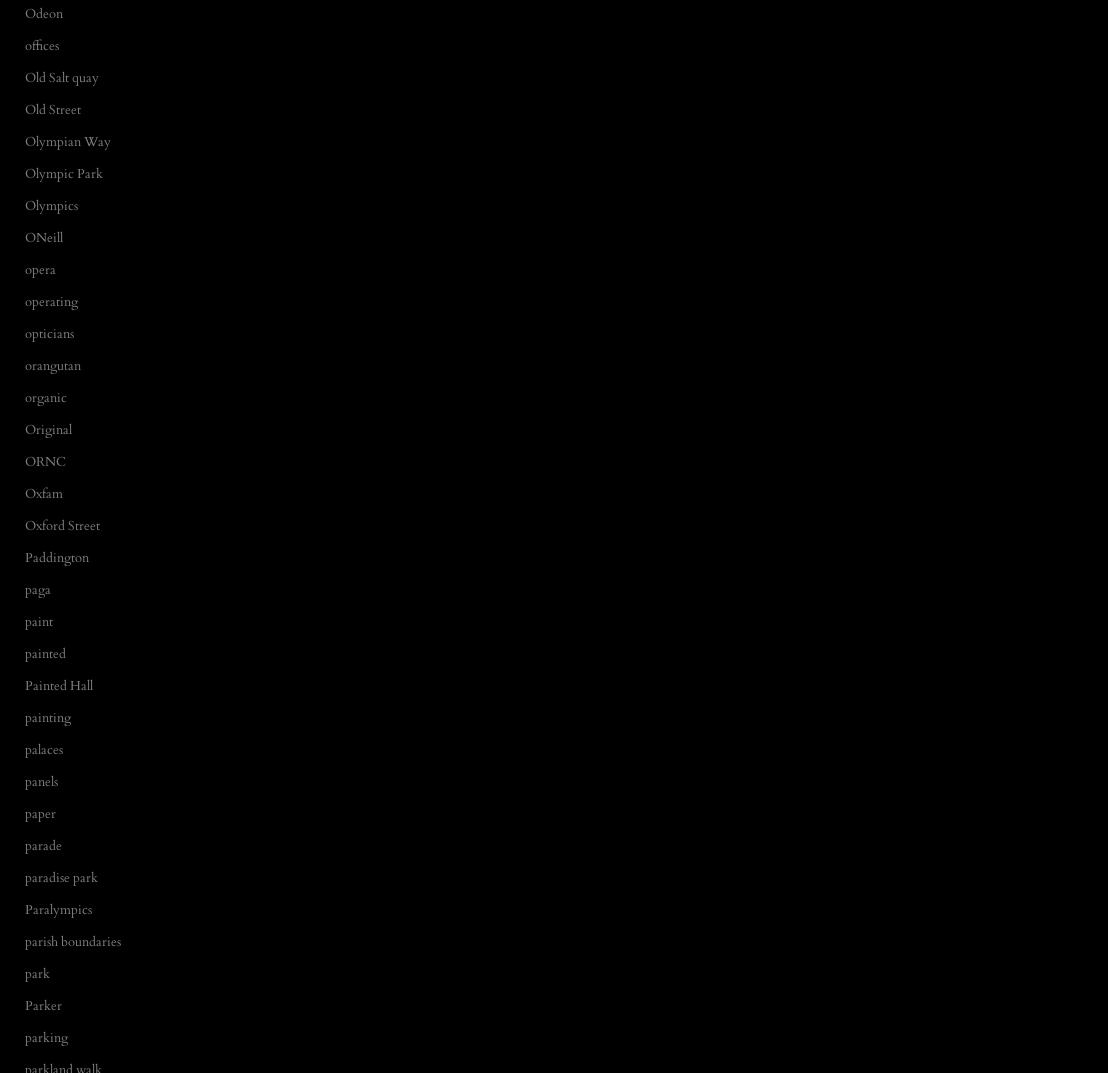  Describe the element at coordinates (46, 715) in the screenshot. I see `'painting'` at that location.